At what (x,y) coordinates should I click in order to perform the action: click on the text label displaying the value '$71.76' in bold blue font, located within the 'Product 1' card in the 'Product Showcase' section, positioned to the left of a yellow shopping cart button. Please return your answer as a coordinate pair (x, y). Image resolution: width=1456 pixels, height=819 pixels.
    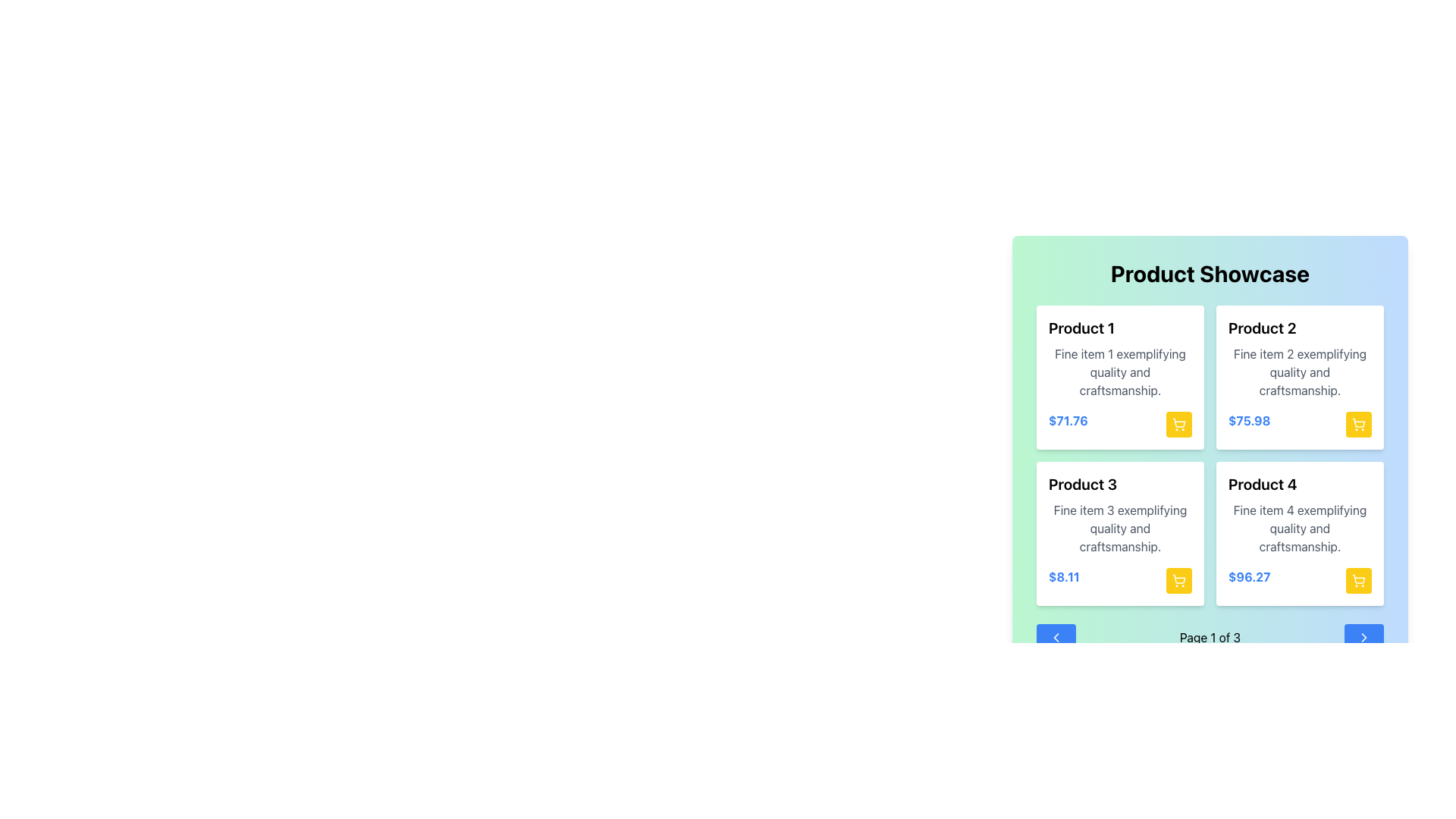
    Looking at the image, I should click on (1066, 424).